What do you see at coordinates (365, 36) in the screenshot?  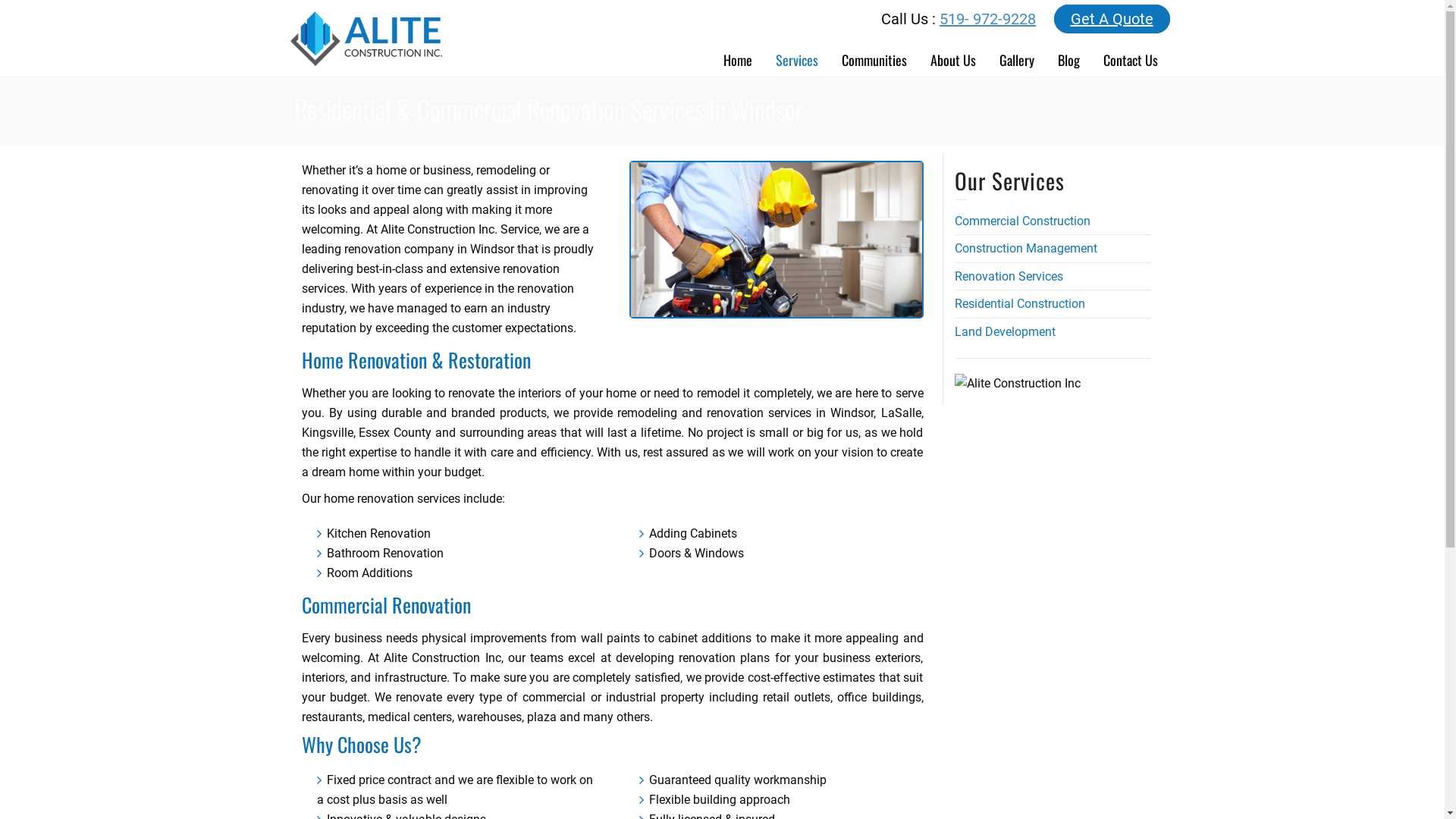 I see `'Alite Construction Inc.'` at bounding box center [365, 36].